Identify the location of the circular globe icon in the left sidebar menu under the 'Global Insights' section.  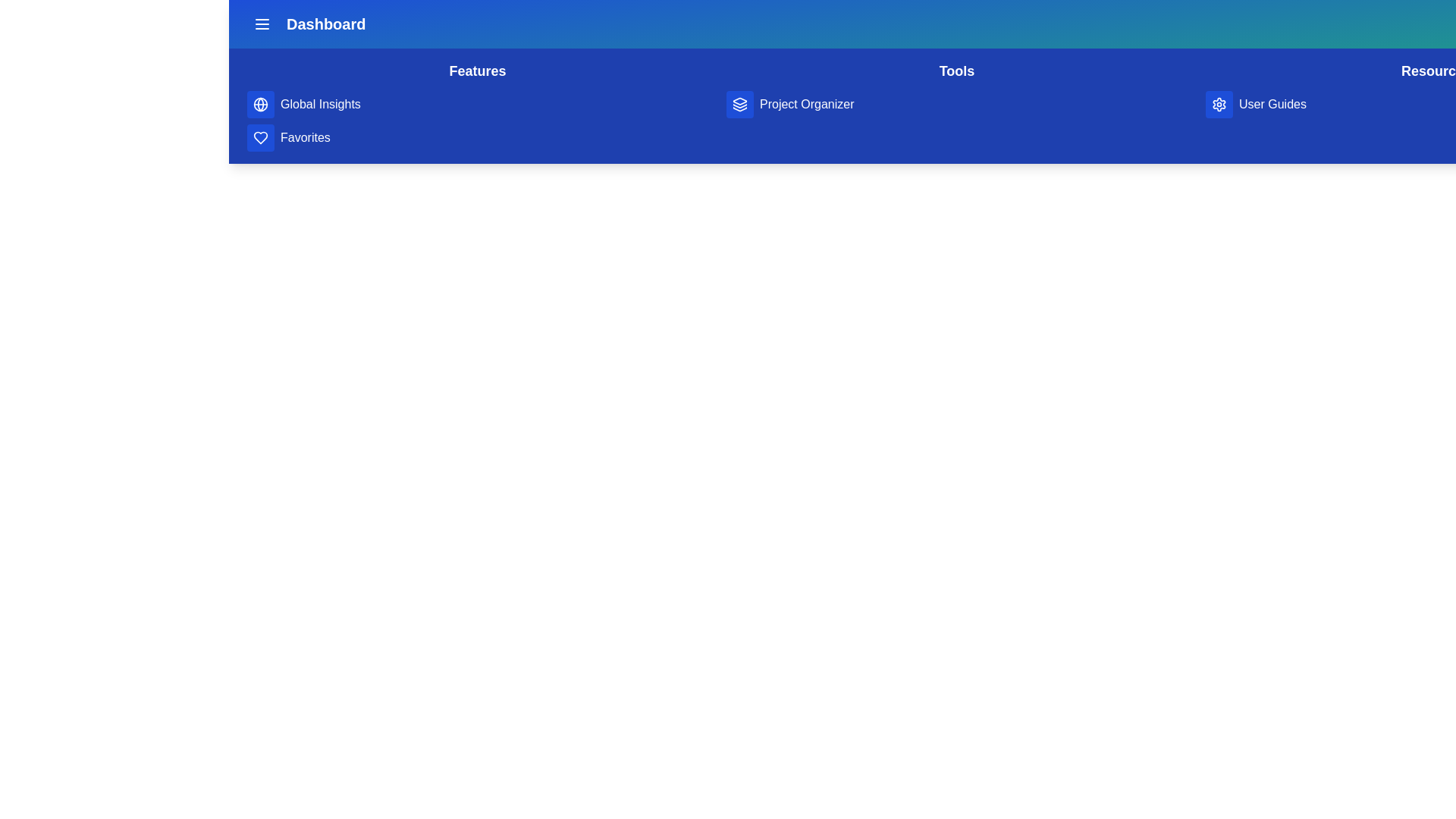
(261, 104).